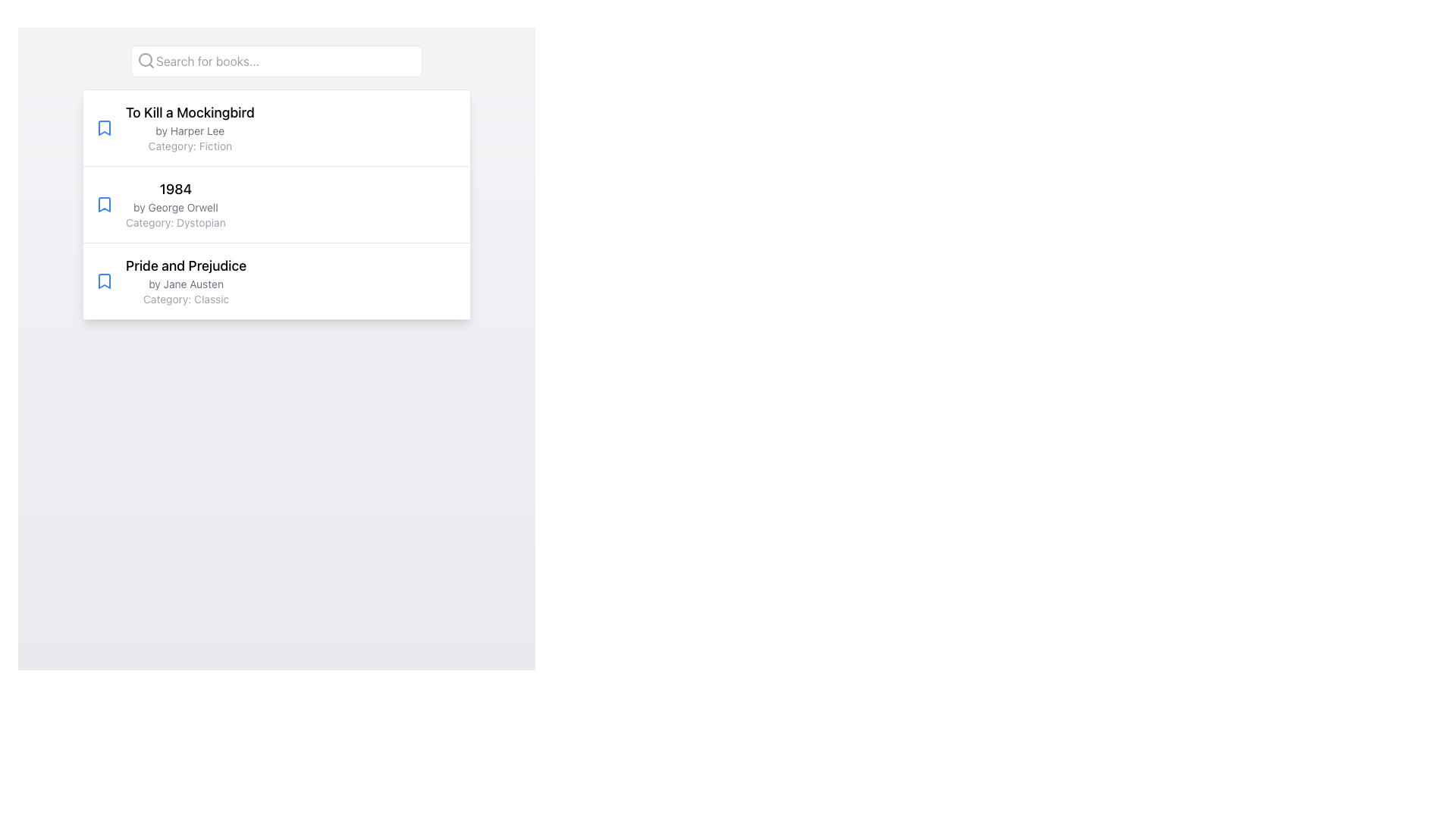  What do you see at coordinates (175, 207) in the screenshot?
I see `the text label that provides attribution for the author of the book '1984', which is positioned between the title '1984' and the category label 'Category: Dystopian'` at bounding box center [175, 207].